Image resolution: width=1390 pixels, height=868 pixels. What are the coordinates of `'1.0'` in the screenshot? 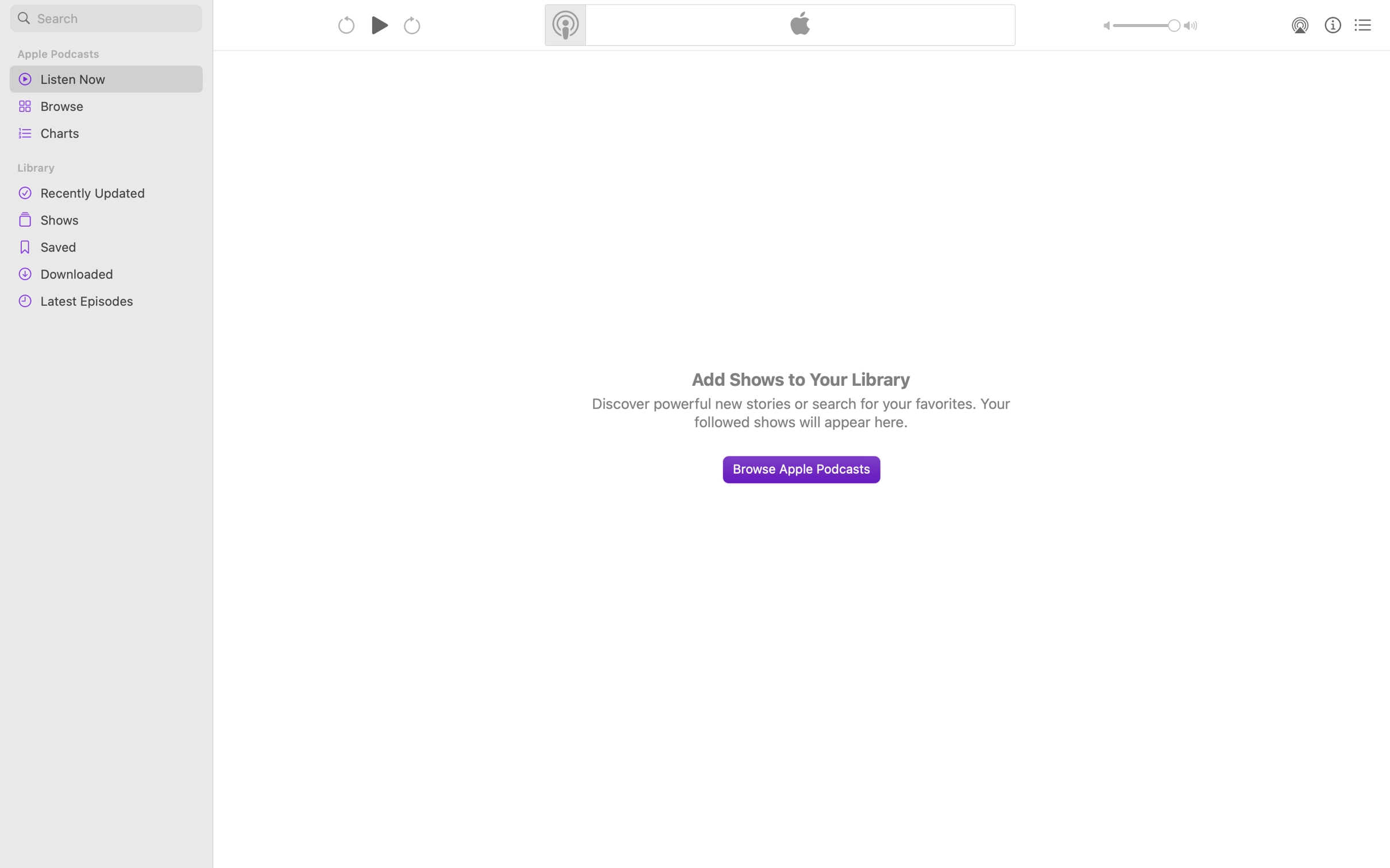 It's located at (1146, 25).